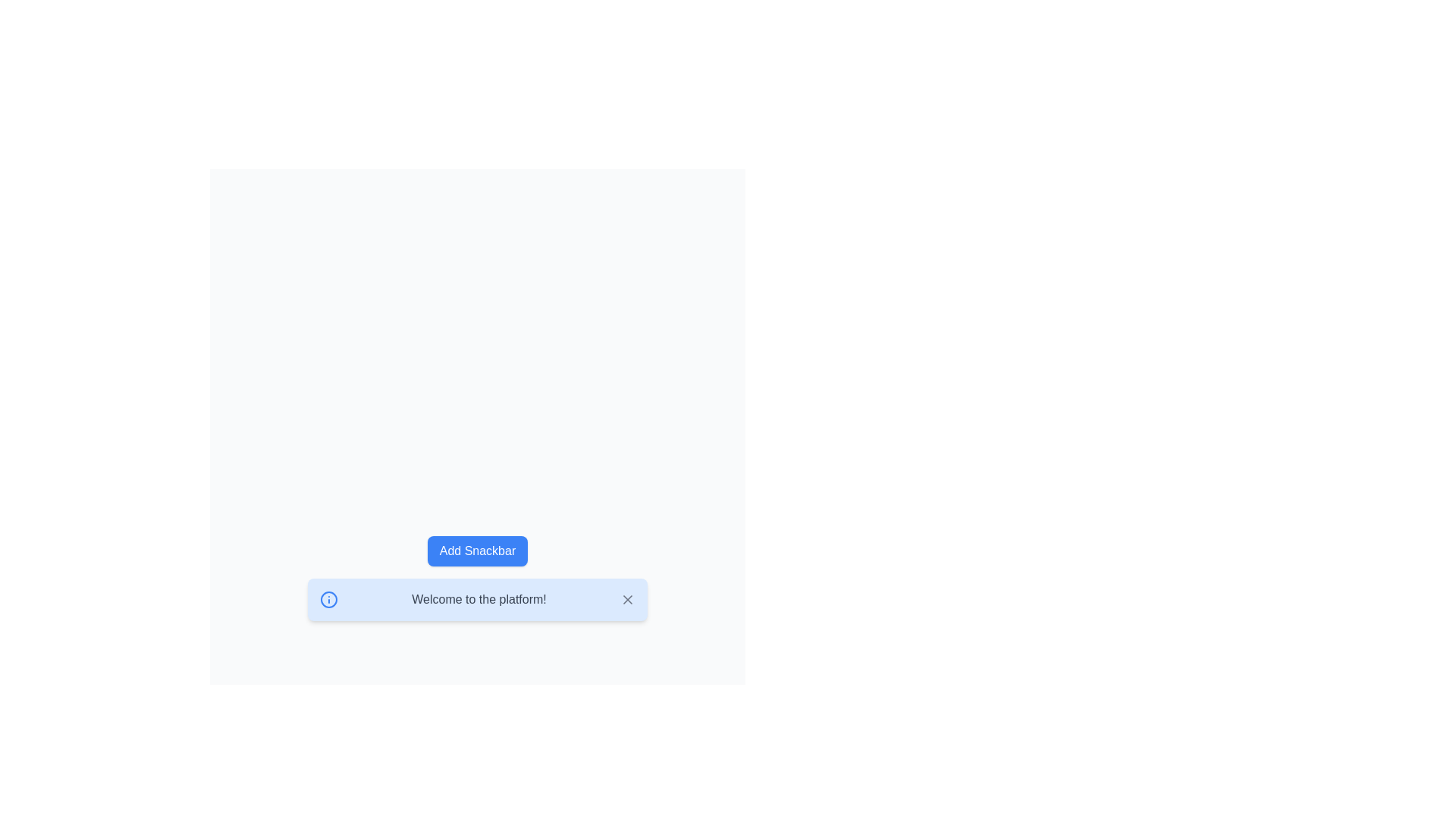 The height and width of the screenshot is (819, 1456). What do you see at coordinates (628, 598) in the screenshot?
I see `close button on the snackbar to dismiss it` at bounding box center [628, 598].